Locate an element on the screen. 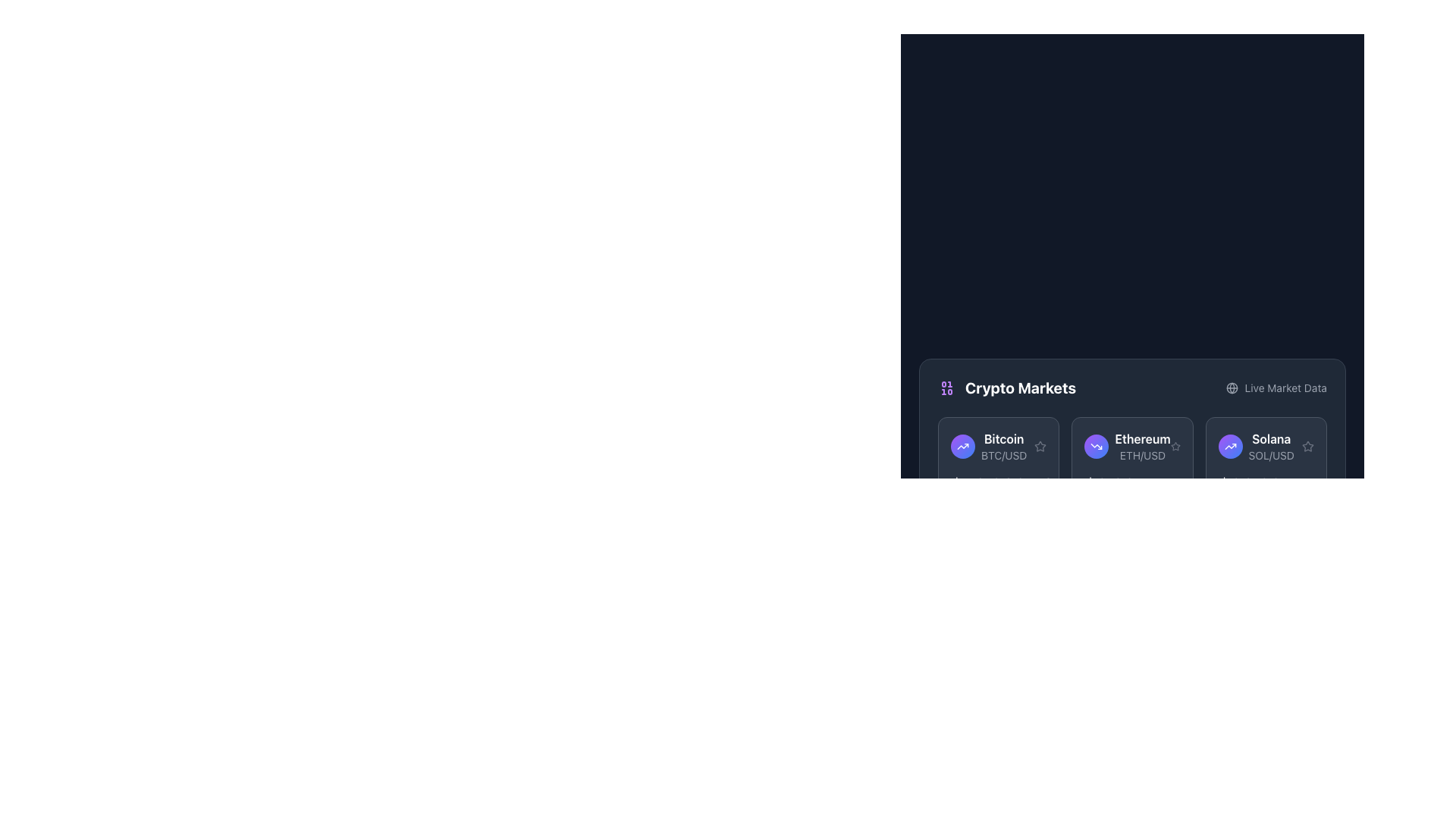 This screenshot has width=1456, height=819. the informational text element that displays the trading pair code for Solana paired with USD, located under the 'Crypto Markets' section and specifically under the 'Solana' label is located at coordinates (1271, 455).